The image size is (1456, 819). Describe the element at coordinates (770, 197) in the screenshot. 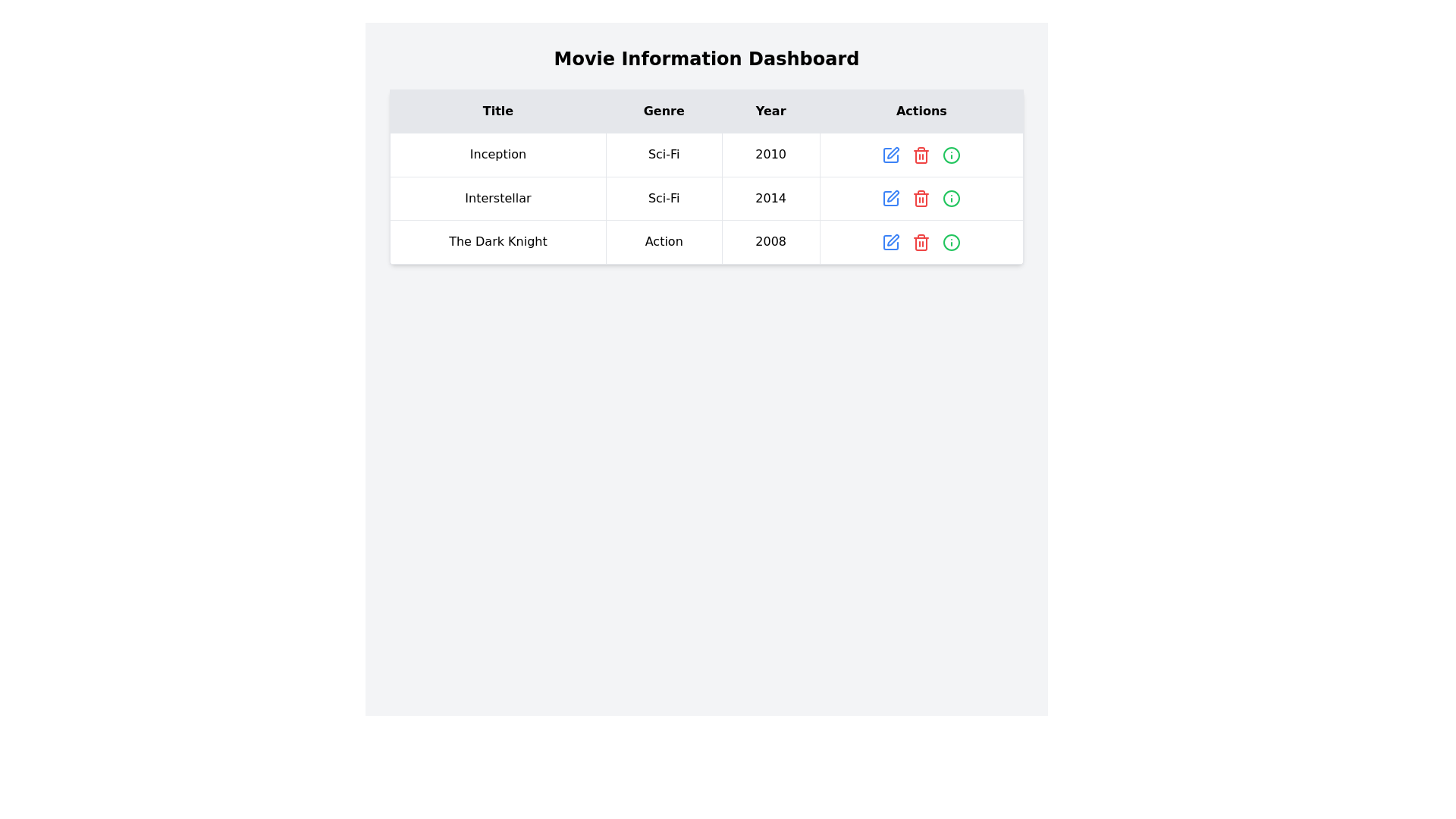

I see `the static text field displaying the year '2014' in the 'Year' column of the movie 'Interstellar' data table` at that location.